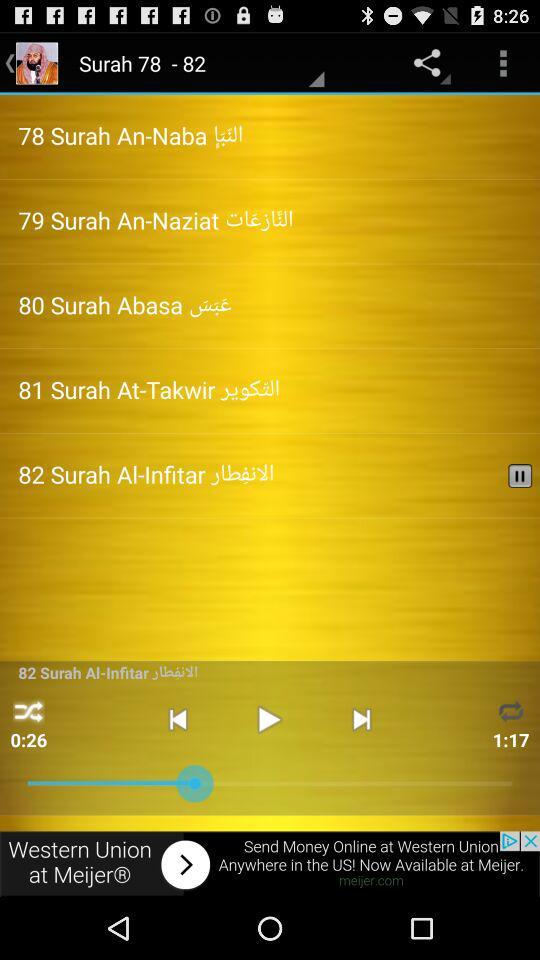  I want to click on the skip_next icon, so click(360, 768).